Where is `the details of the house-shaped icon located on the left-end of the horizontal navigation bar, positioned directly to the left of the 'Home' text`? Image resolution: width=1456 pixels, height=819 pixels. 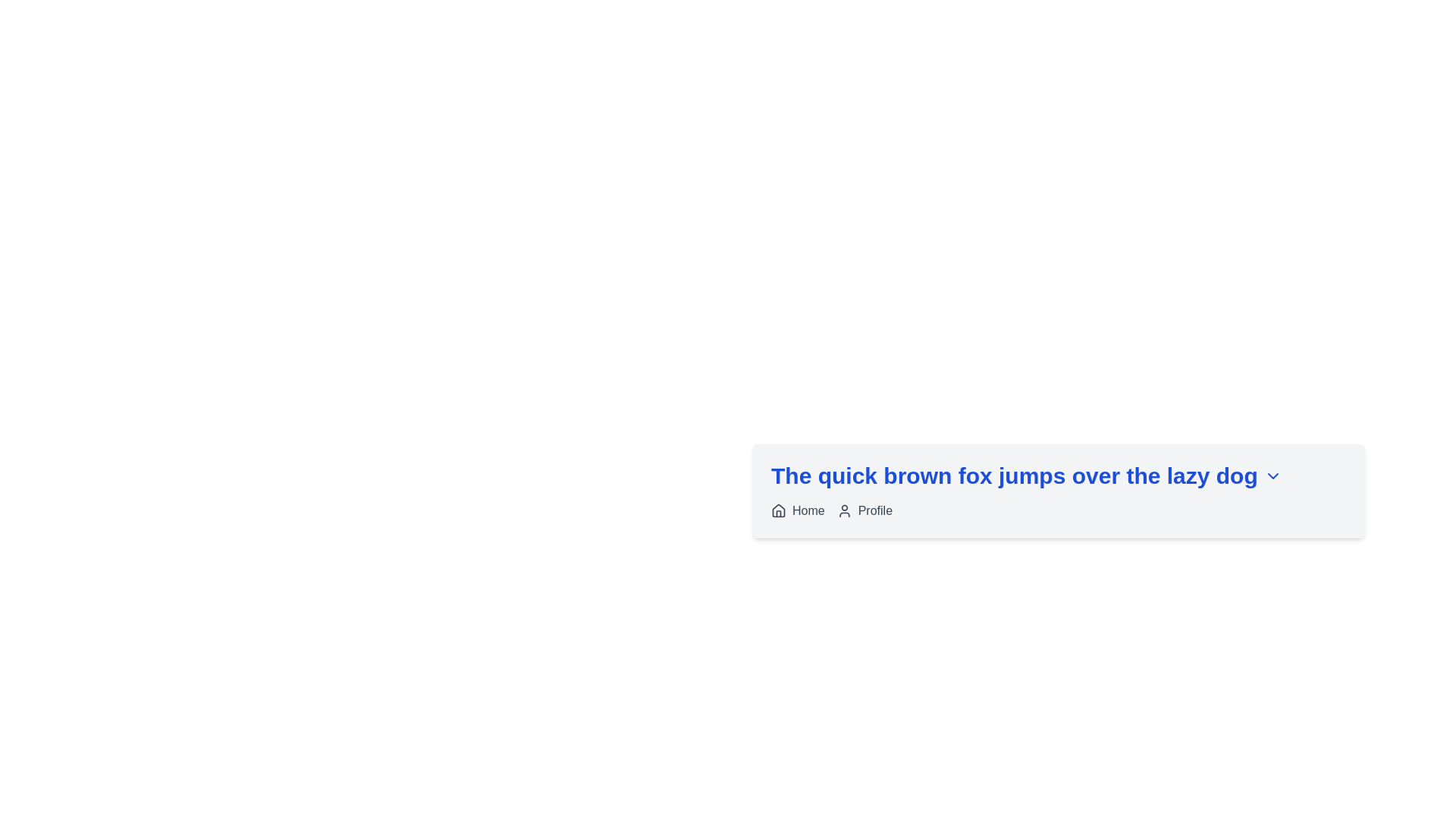
the details of the house-shaped icon located on the left-end of the horizontal navigation bar, positioned directly to the left of the 'Home' text is located at coordinates (779, 510).